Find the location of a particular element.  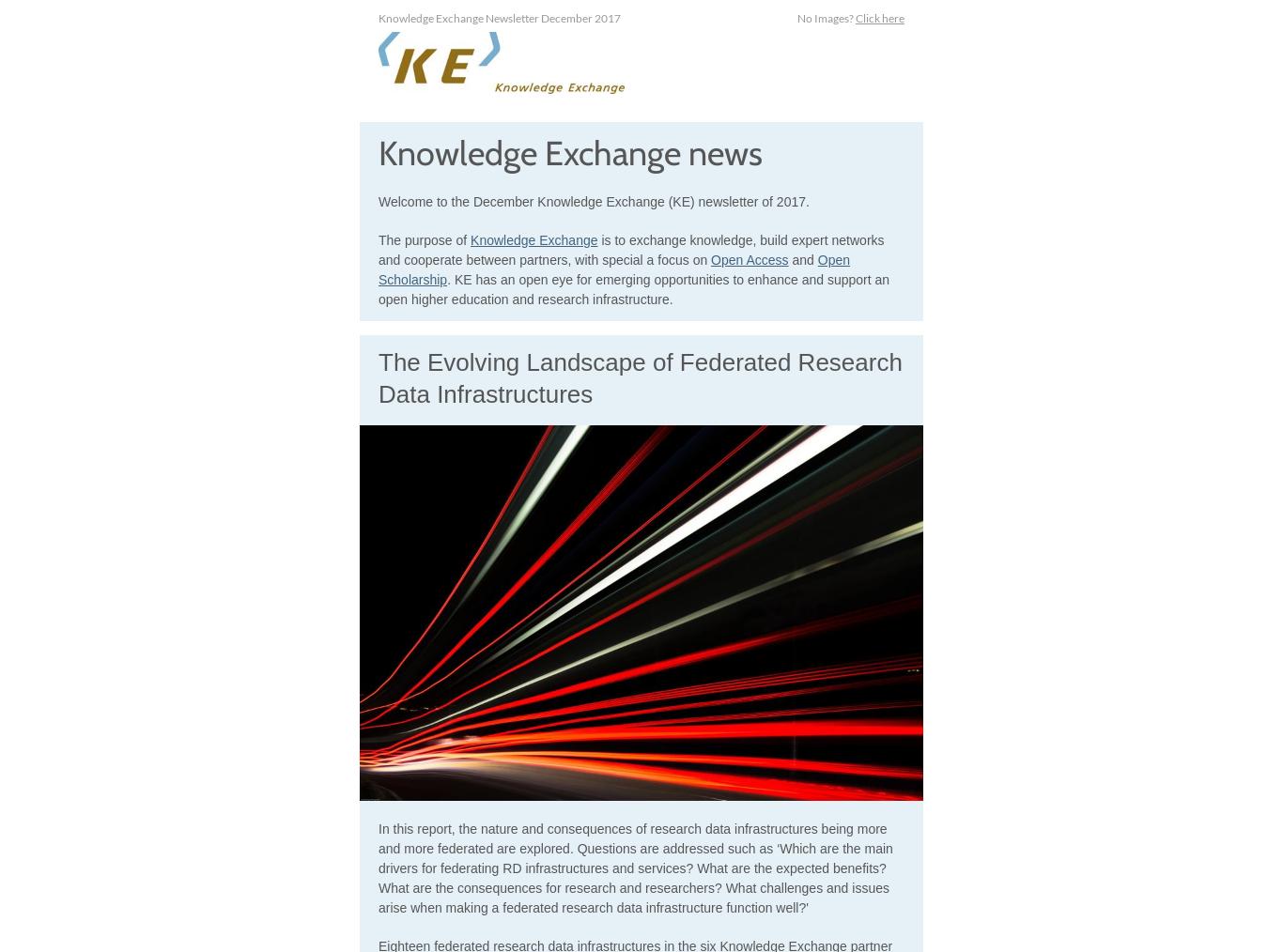

'and' is located at coordinates (801, 260).